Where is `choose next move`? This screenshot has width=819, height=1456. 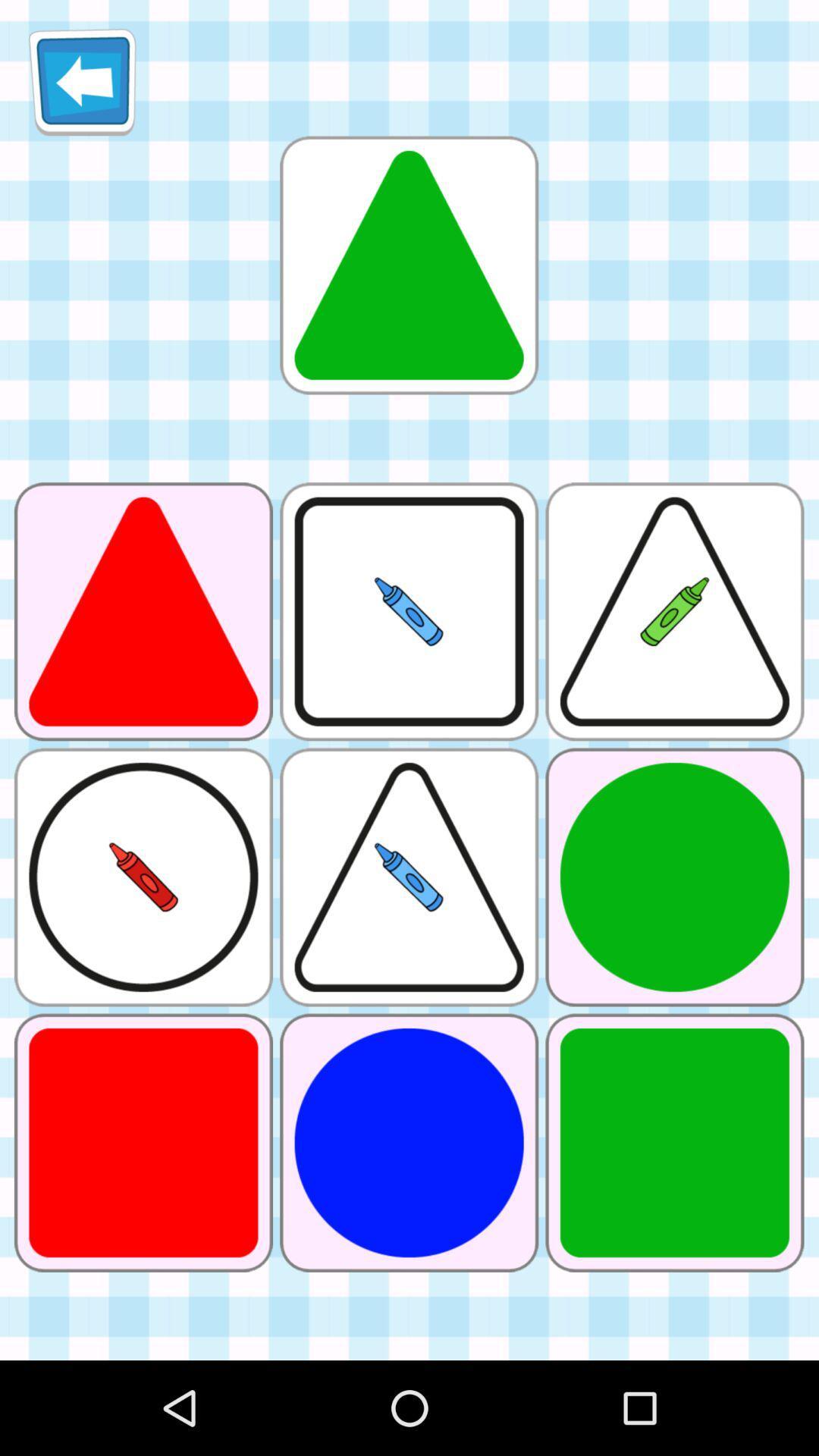
choose next move is located at coordinates (408, 265).